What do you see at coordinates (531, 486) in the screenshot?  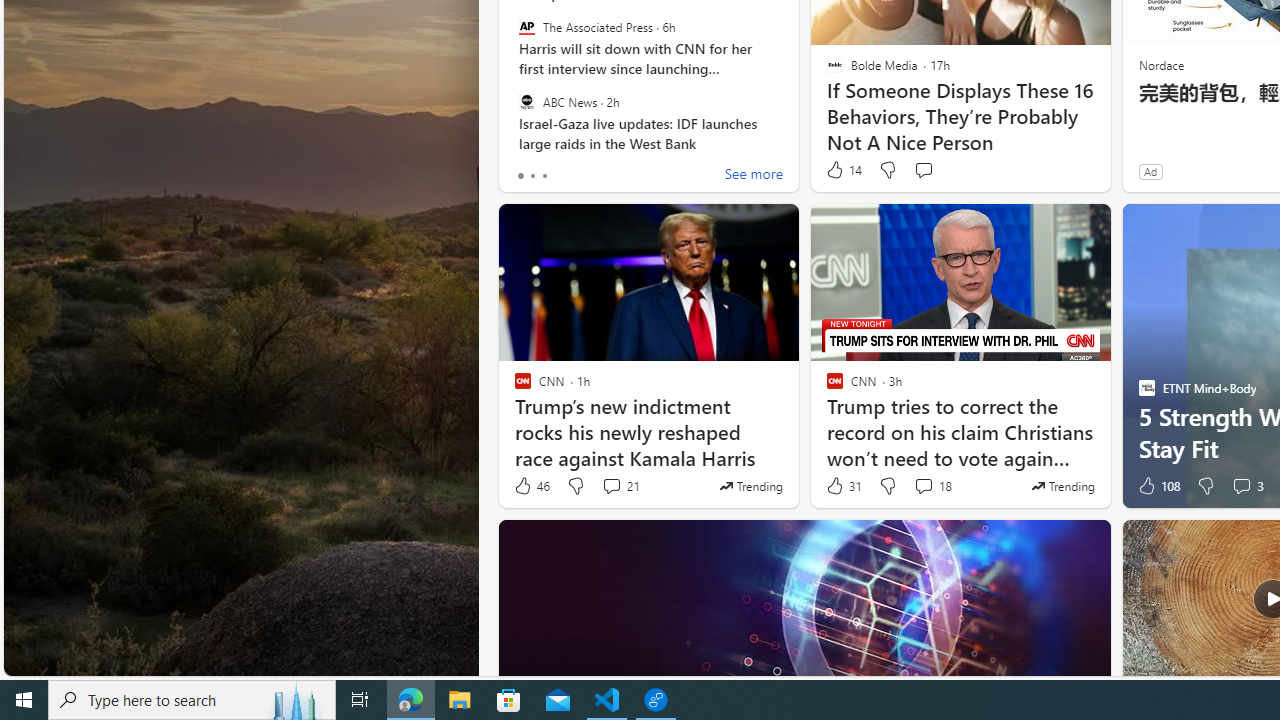 I see `'46 Like'` at bounding box center [531, 486].